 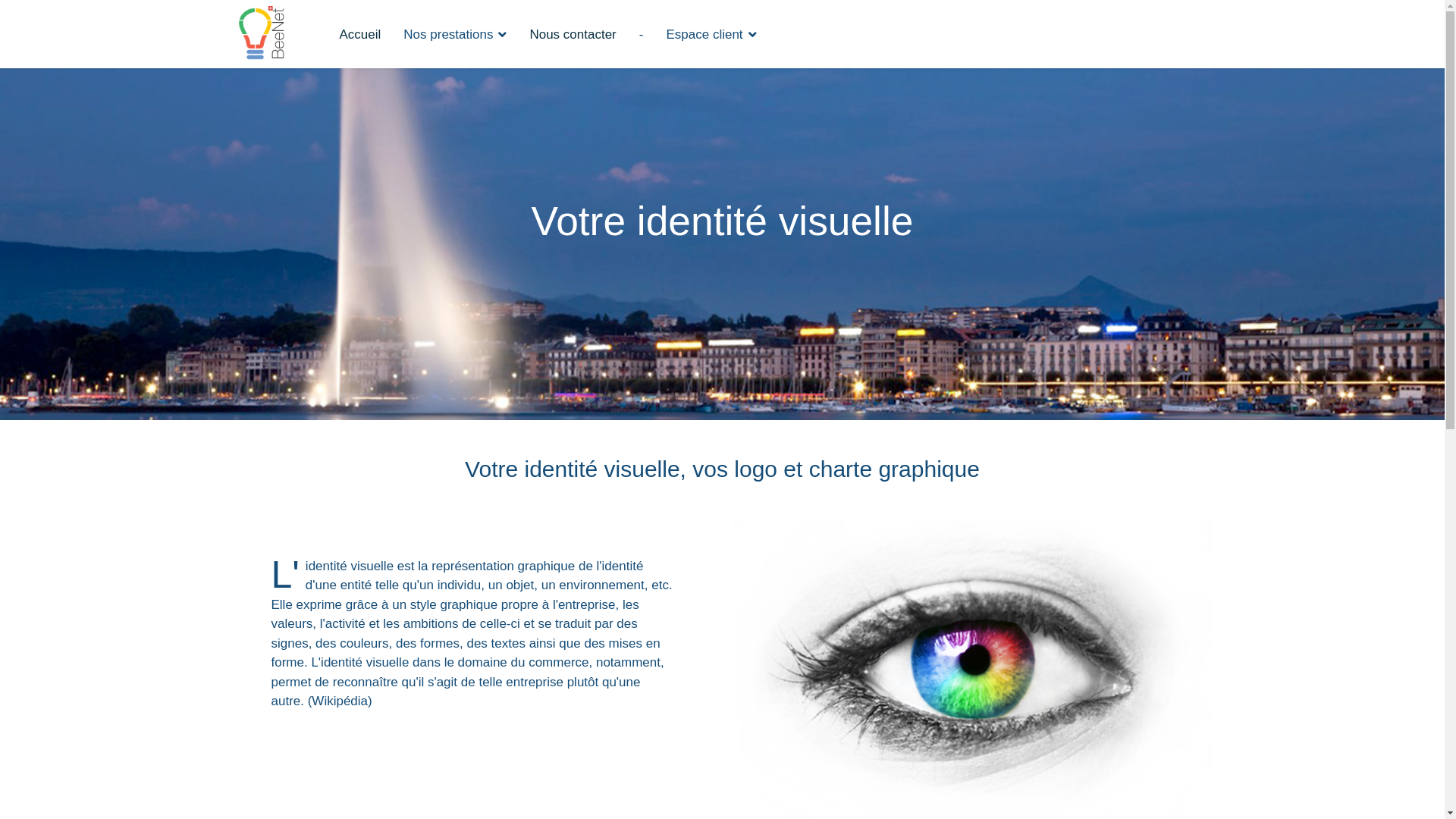 What do you see at coordinates (571, 34) in the screenshot?
I see `'Nous contacter'` at bounding box center [571, 34].